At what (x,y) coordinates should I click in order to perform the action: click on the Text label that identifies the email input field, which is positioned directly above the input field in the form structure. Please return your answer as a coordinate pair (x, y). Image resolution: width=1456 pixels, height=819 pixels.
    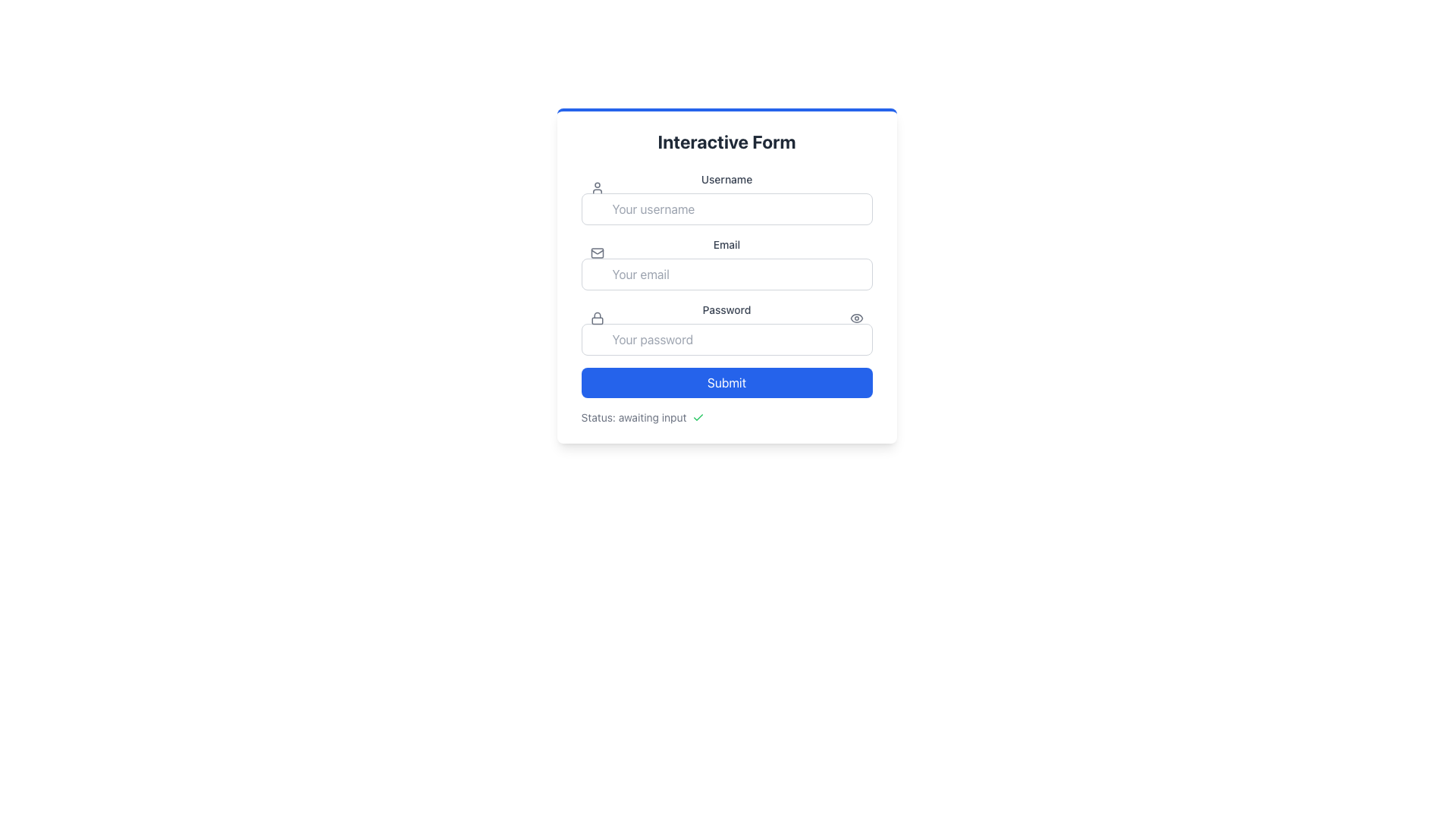
    Looking at the image, I should click on (726, 244).